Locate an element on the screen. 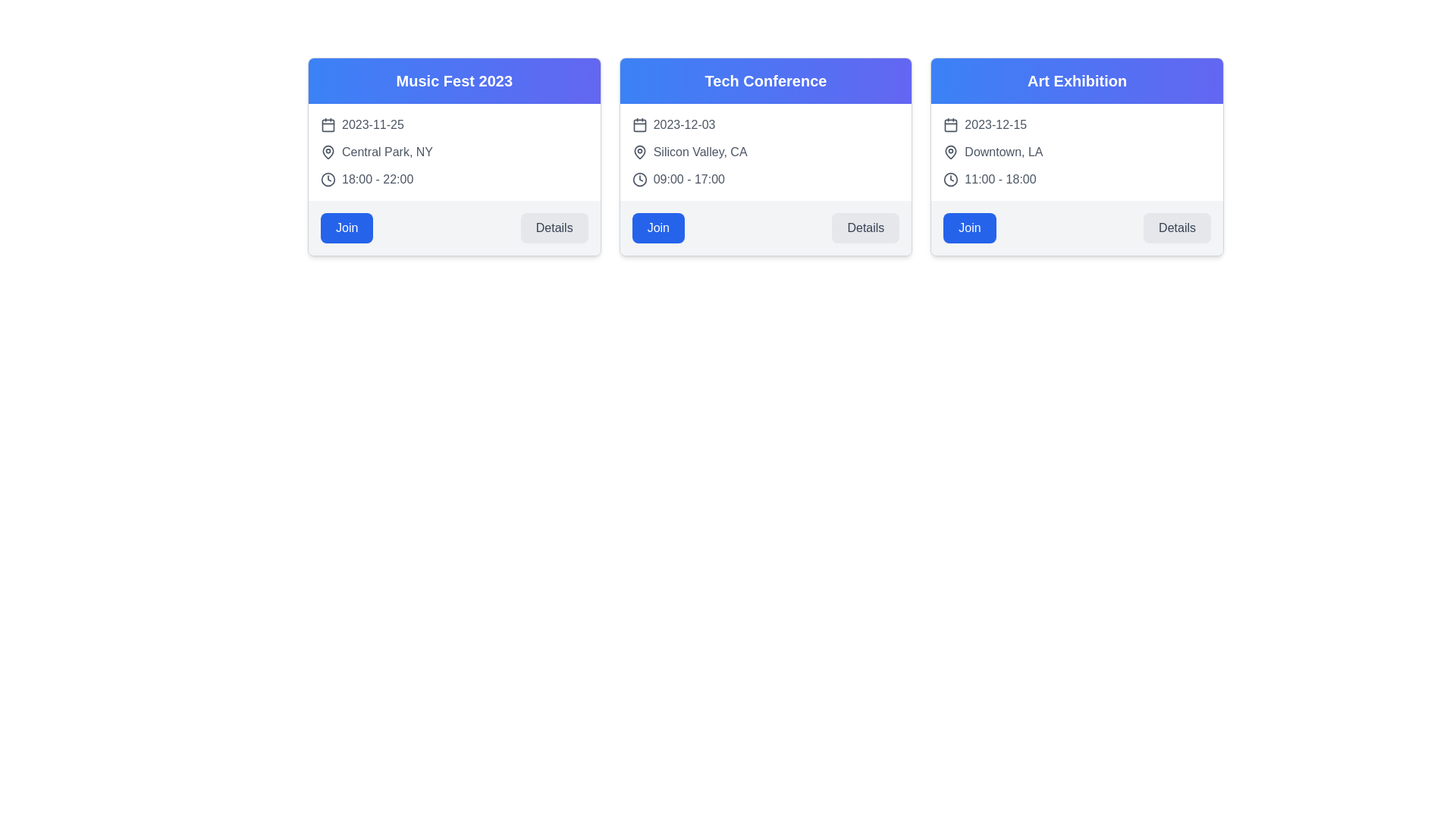  the clock icon located in the 'Music Fest 2023' card, which visually represents the schedule next to the text '18:00 - 22:00' is located at coordinates (327, 178).